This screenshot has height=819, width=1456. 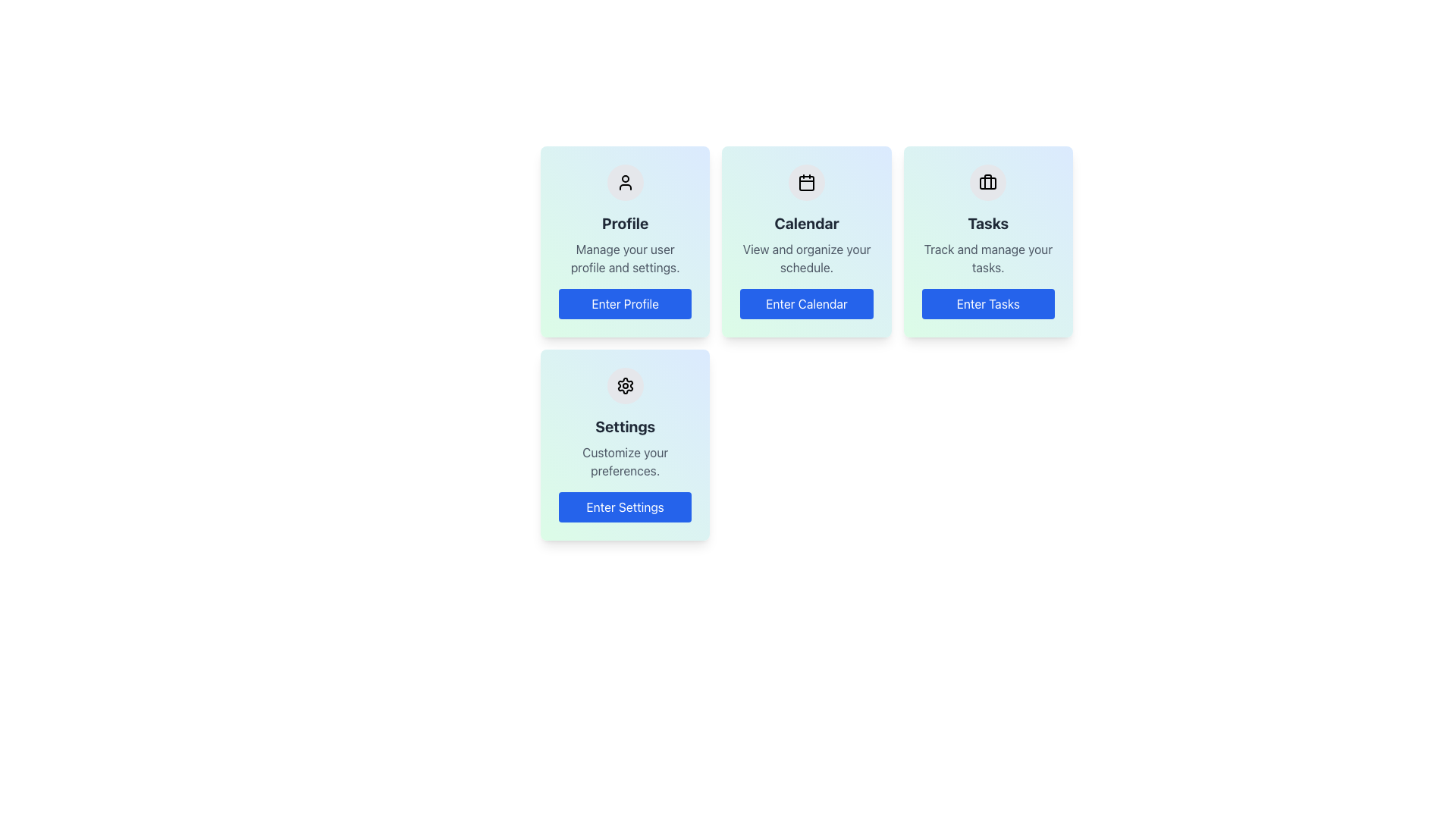 What do you see at coordinates (625, 181) in the screenshot?
I see `the 'Profile' icon located at the top of the 'Profile' card, which symbolizes user account features` at bounding box center [625, 181].